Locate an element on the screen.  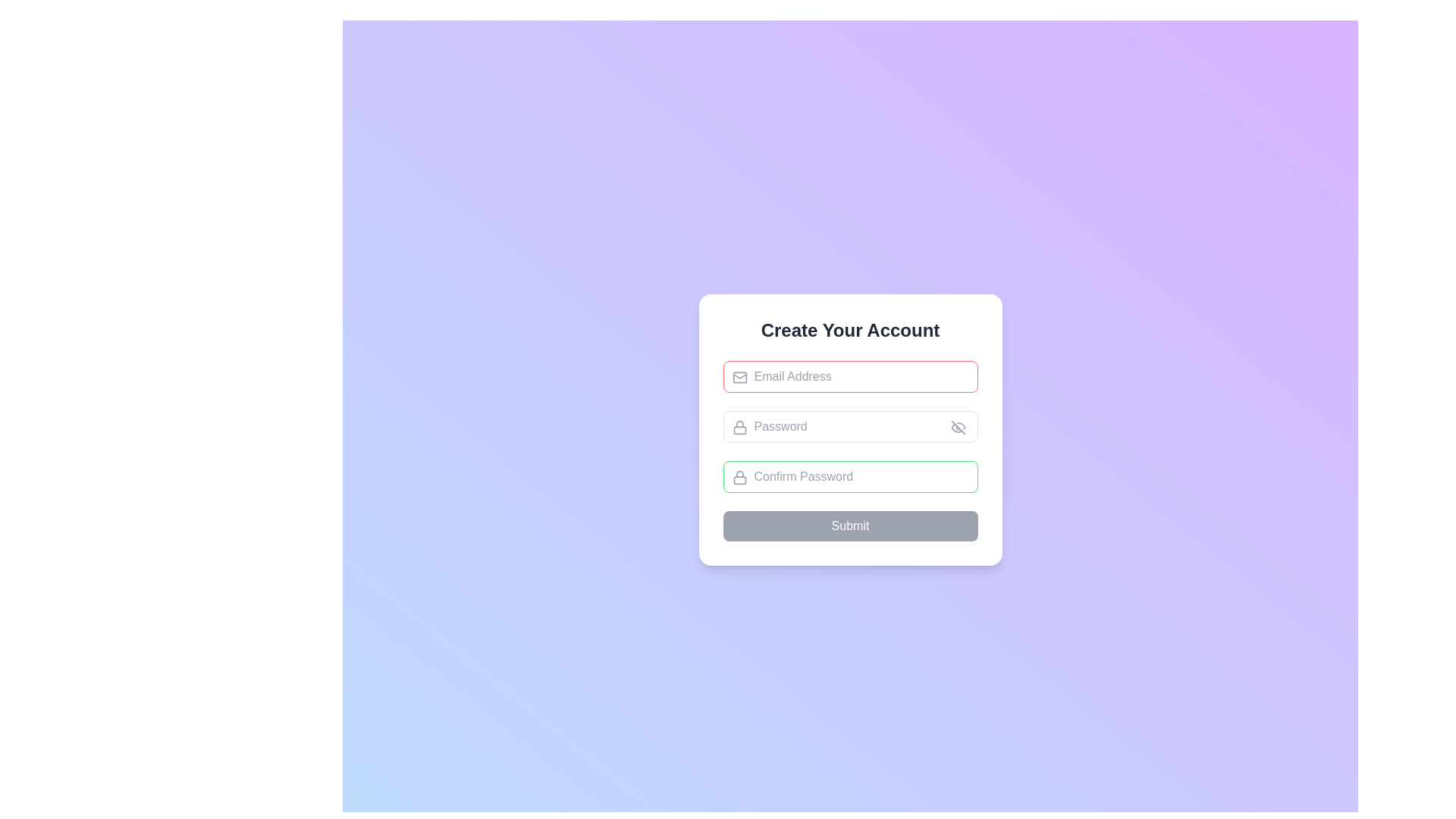
the graphical SVG component that symbolizes an email envelope, which is located on the left side of the 'Email Address' input field in the account creation card is located at coordinates (739, 376).